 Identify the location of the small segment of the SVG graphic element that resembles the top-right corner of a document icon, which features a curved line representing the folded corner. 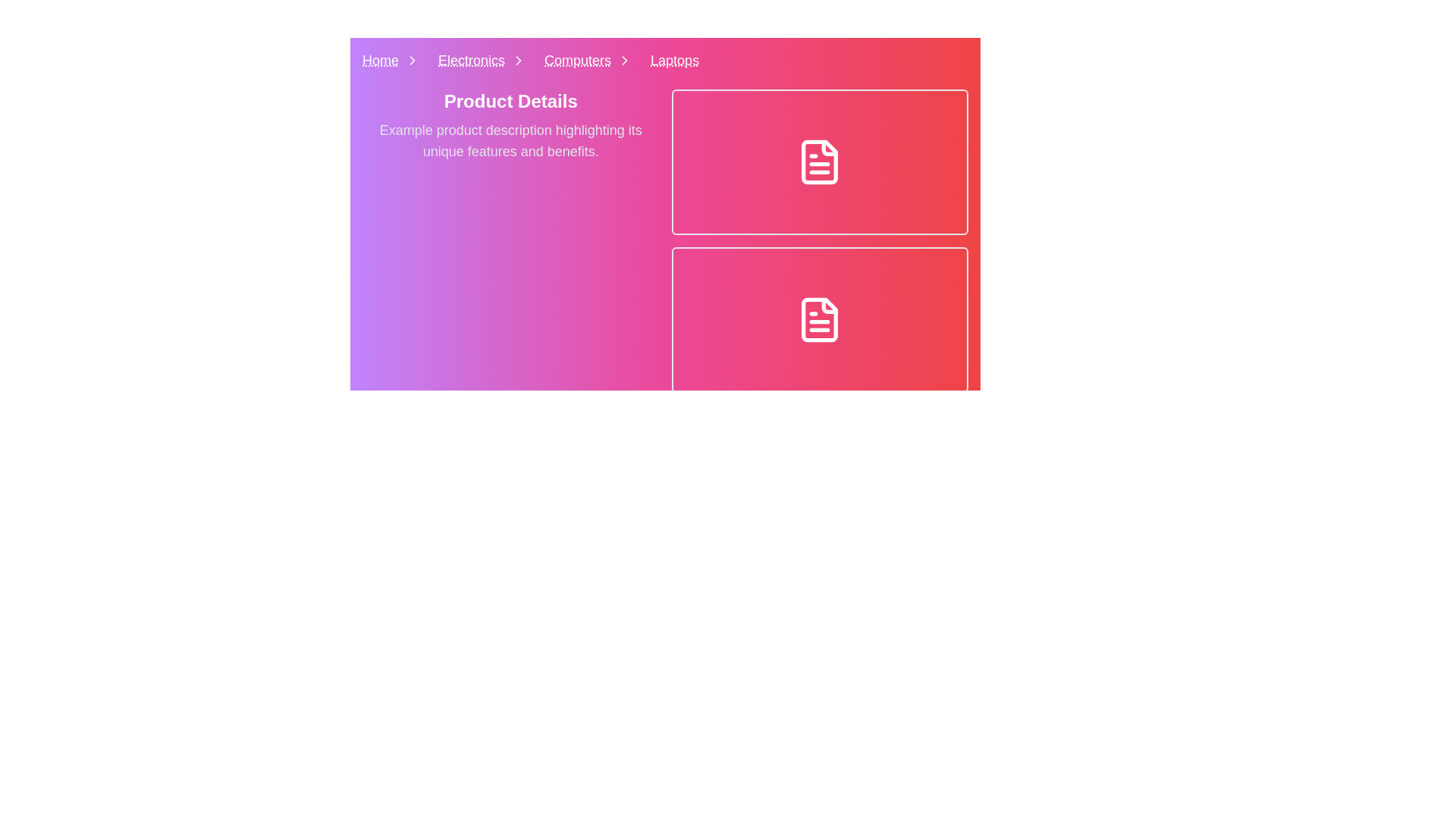
(829, 306).